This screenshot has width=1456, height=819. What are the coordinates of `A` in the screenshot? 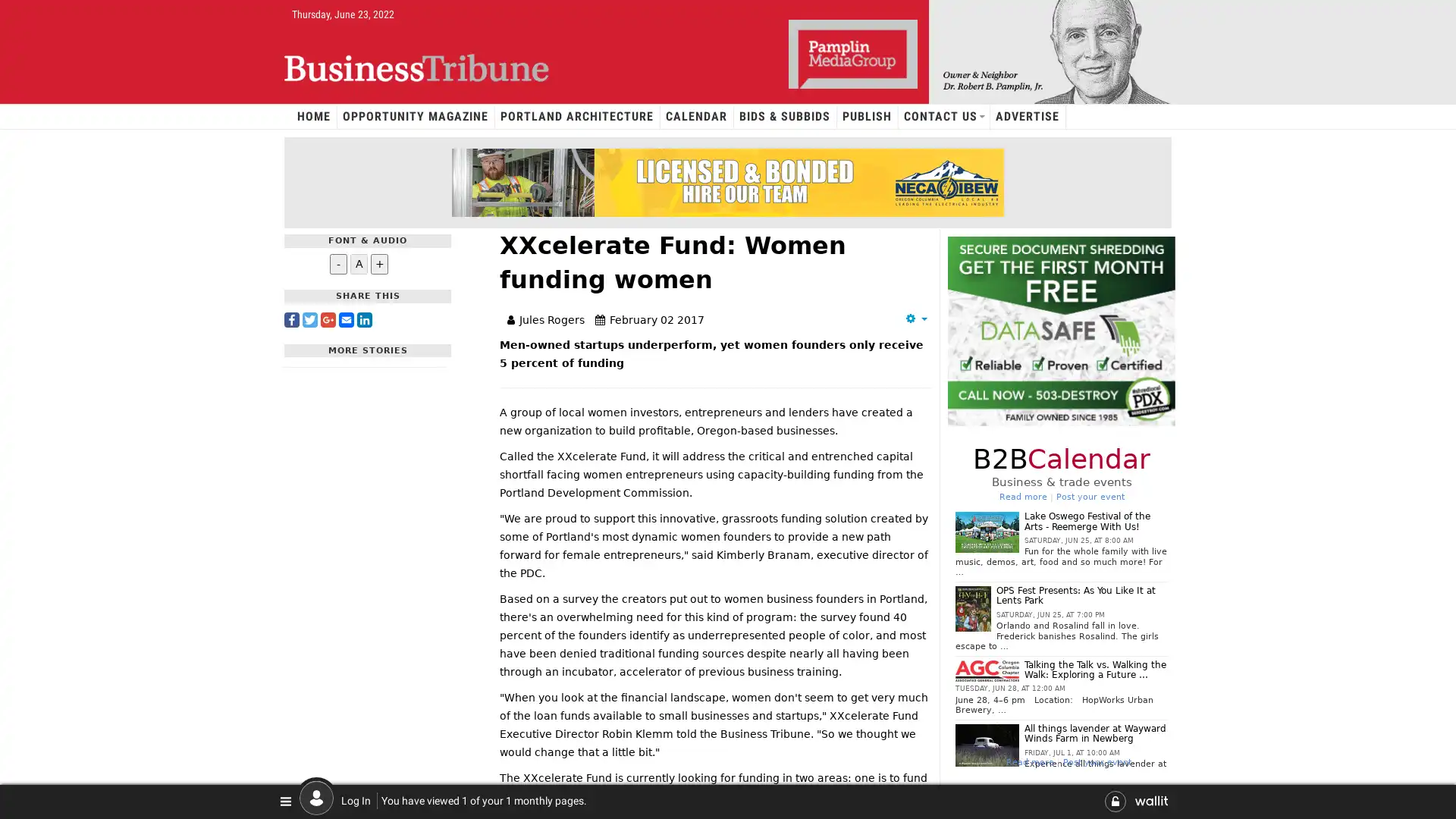 It's located at (358, 262).